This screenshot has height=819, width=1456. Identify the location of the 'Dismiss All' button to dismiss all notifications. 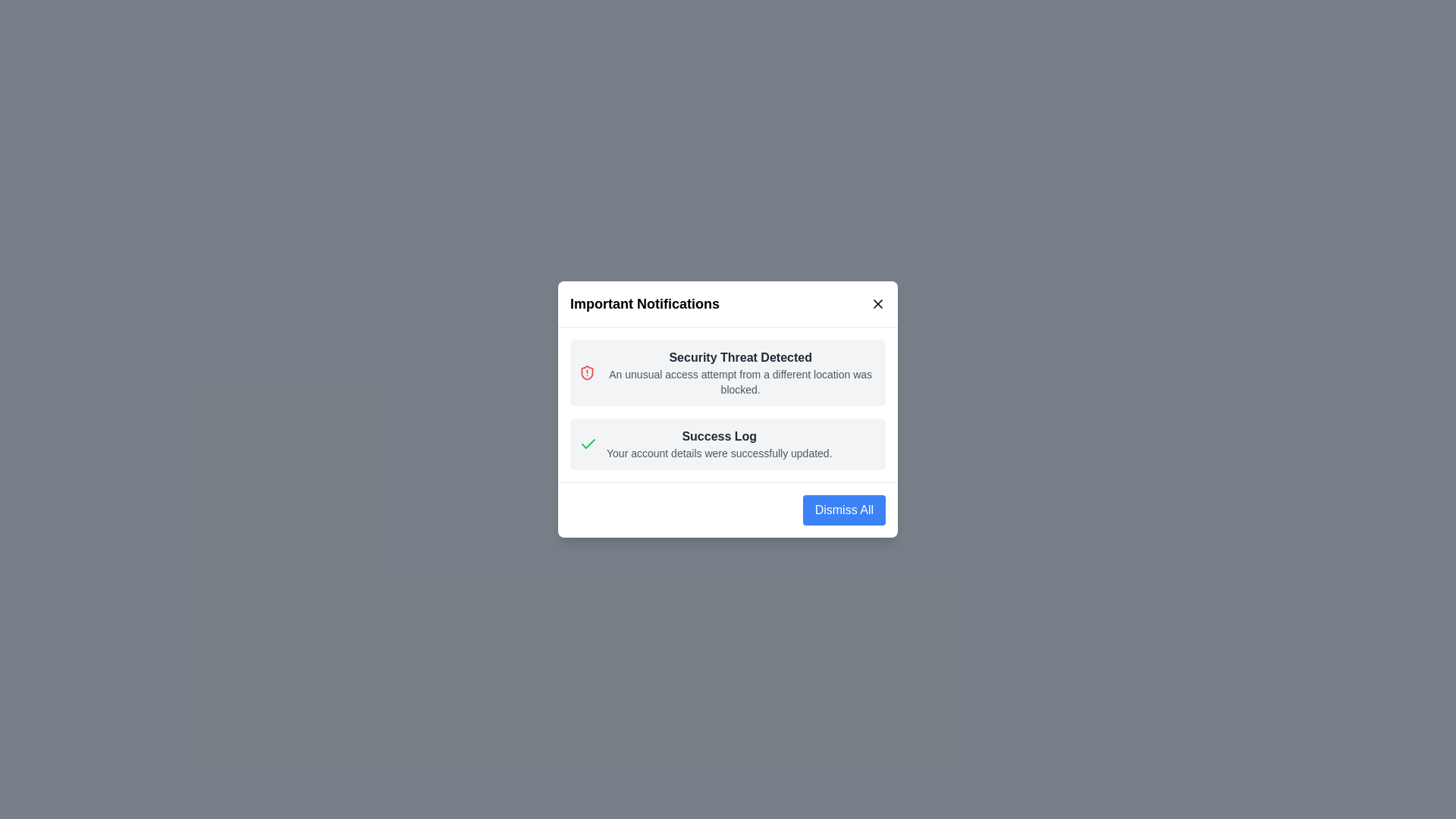
(843, 510).